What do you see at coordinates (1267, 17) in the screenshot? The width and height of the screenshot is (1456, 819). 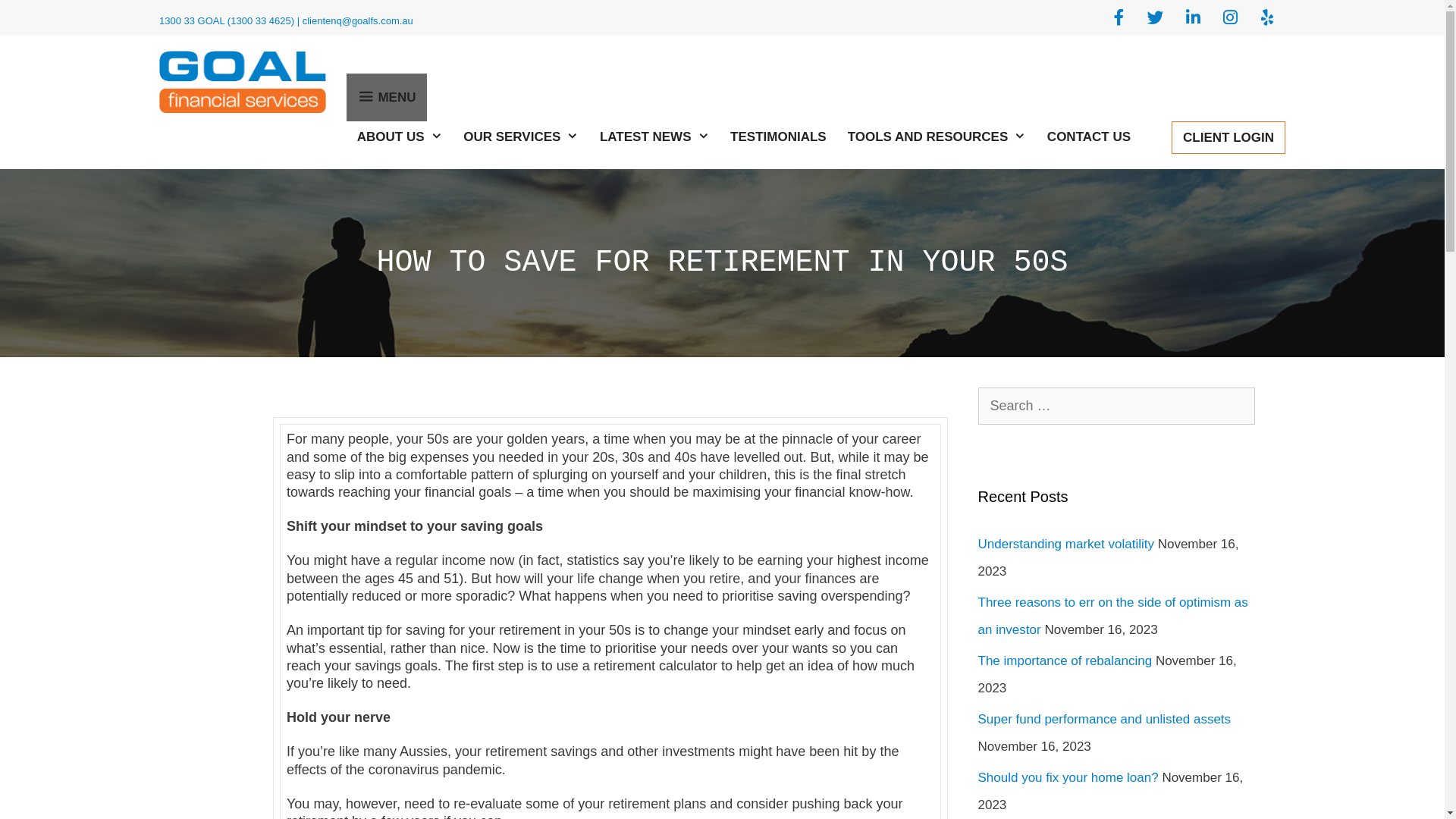 I see `'Goal Financial Services on Yelp'` at bounding box center [1267, 17].